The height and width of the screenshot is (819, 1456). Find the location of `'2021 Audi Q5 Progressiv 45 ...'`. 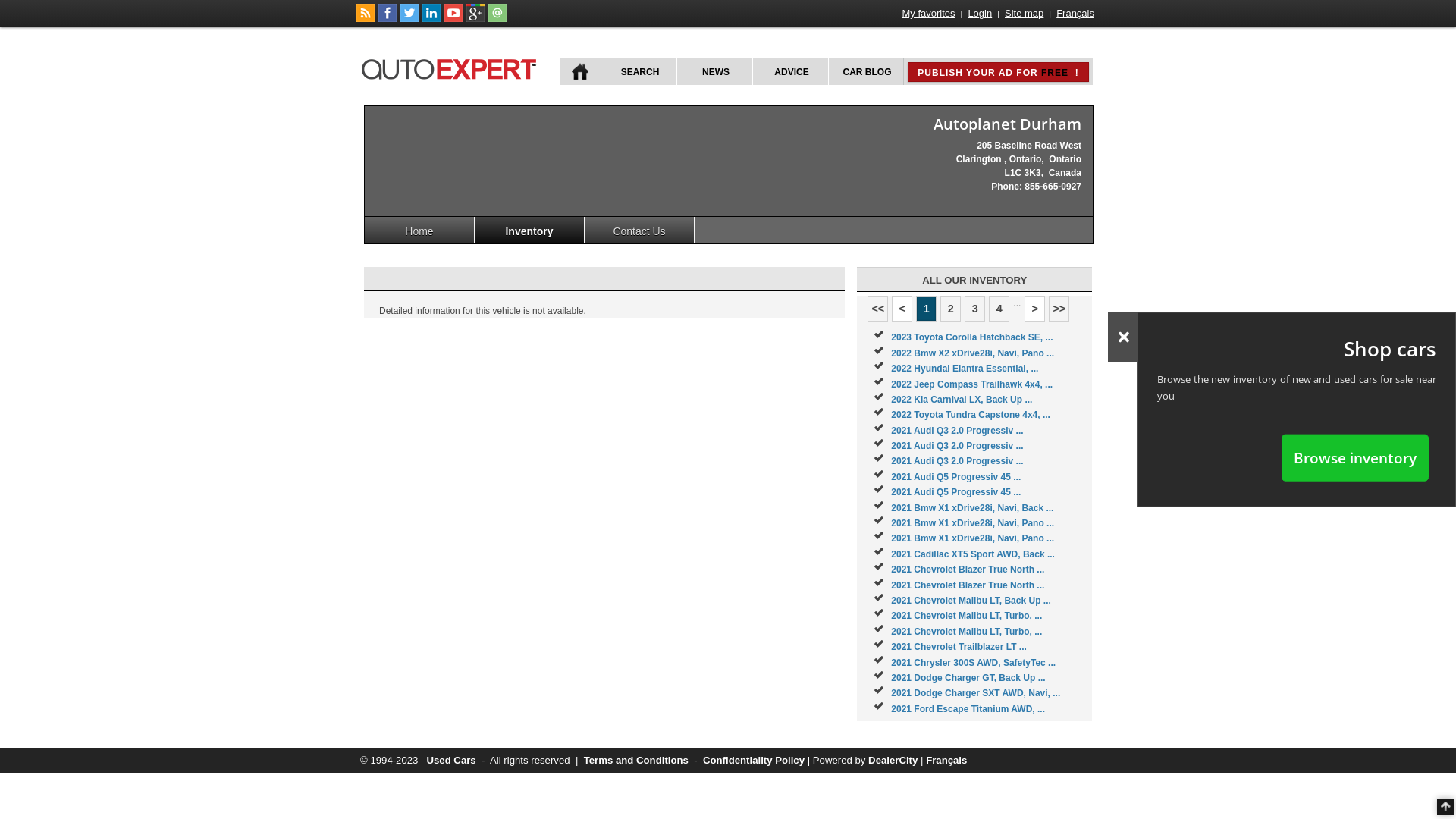

'2021 Audi Q5 Progressiv 45 ...' is located at coordinates (955, 491).